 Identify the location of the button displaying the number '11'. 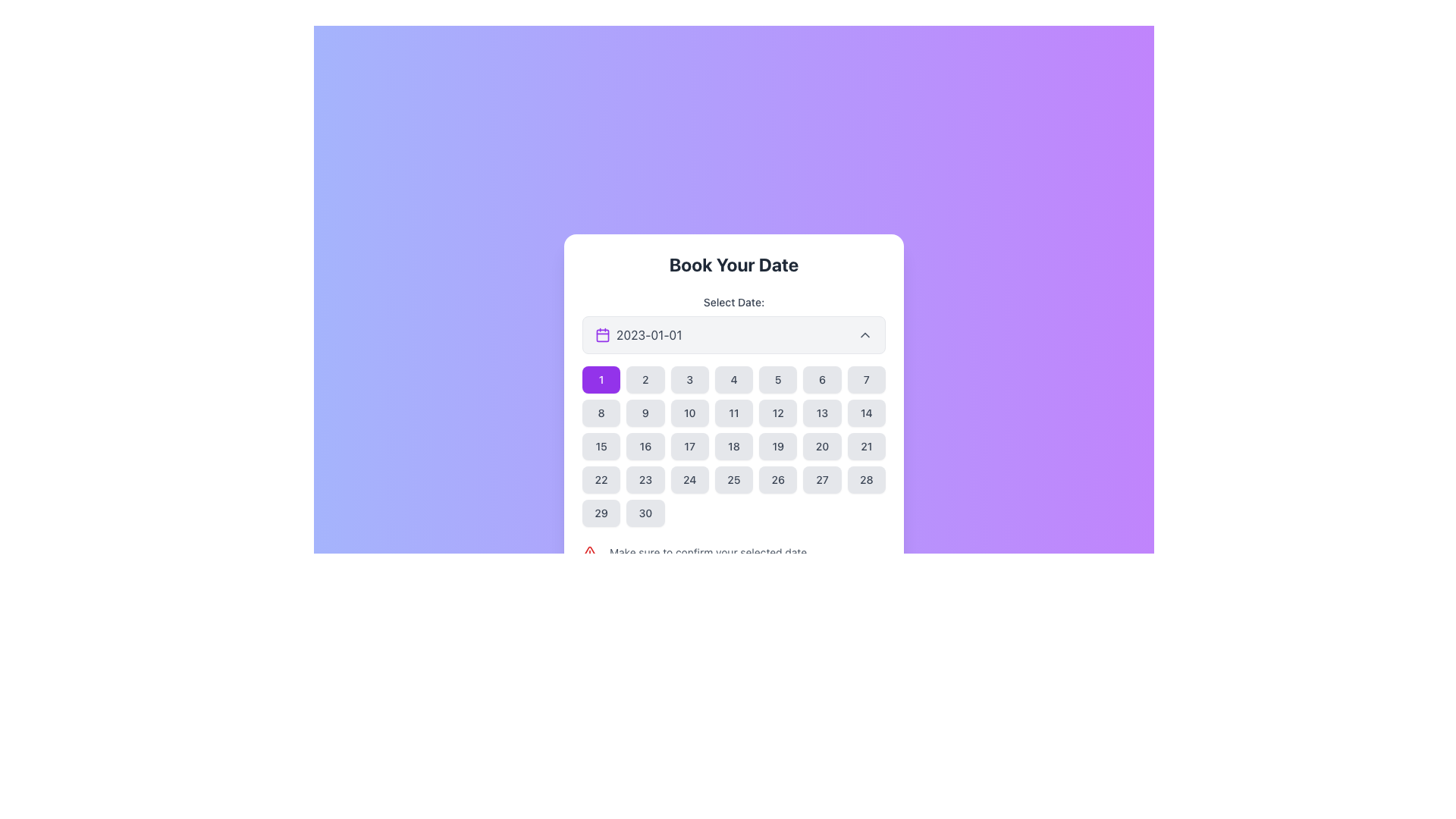
(734, 413).